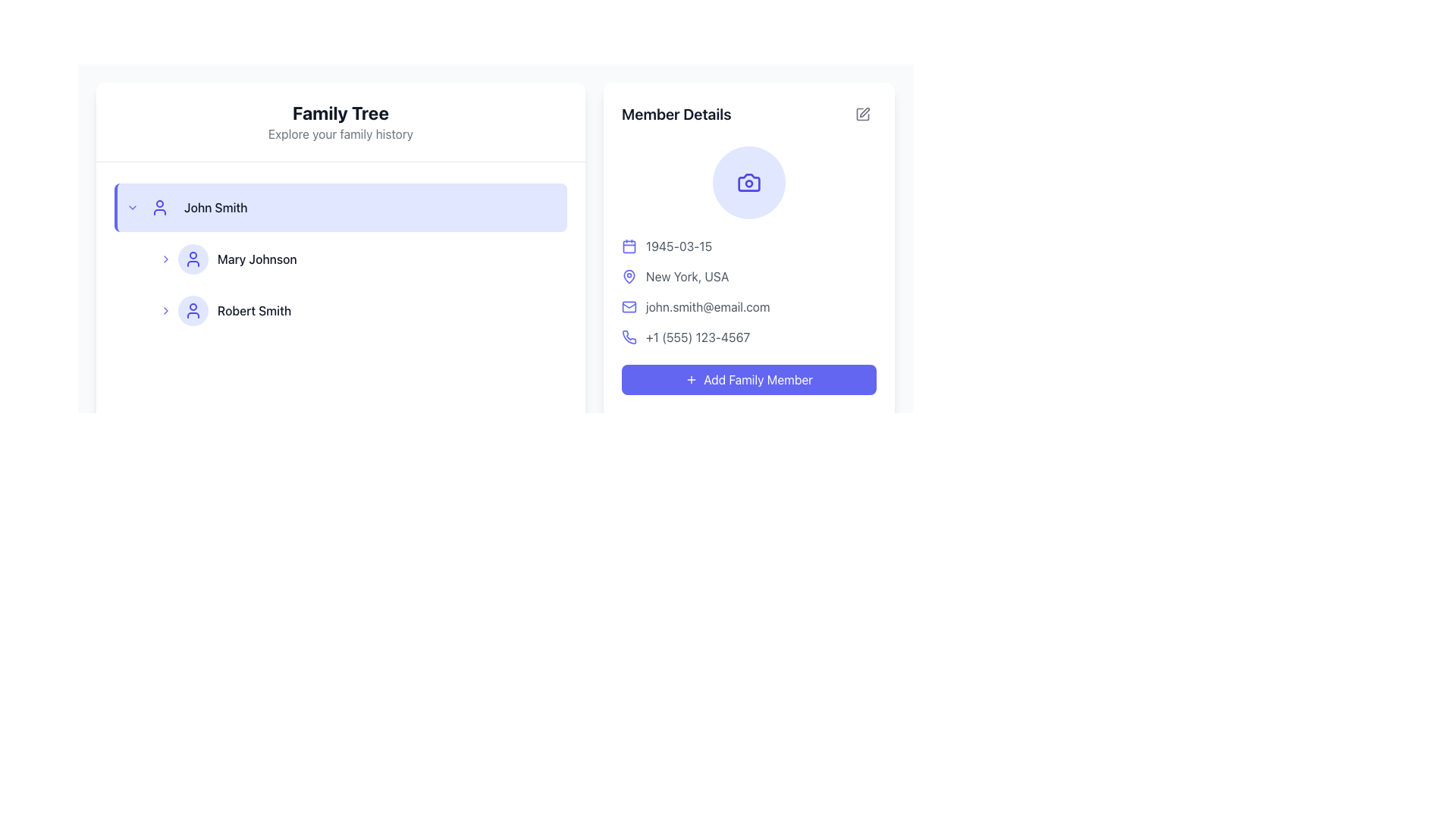 This screenshot has width=1456, height=819. I want to click on the gray pen icon located in the top-right corner of the 'Member Details' section, so click(864, 111).